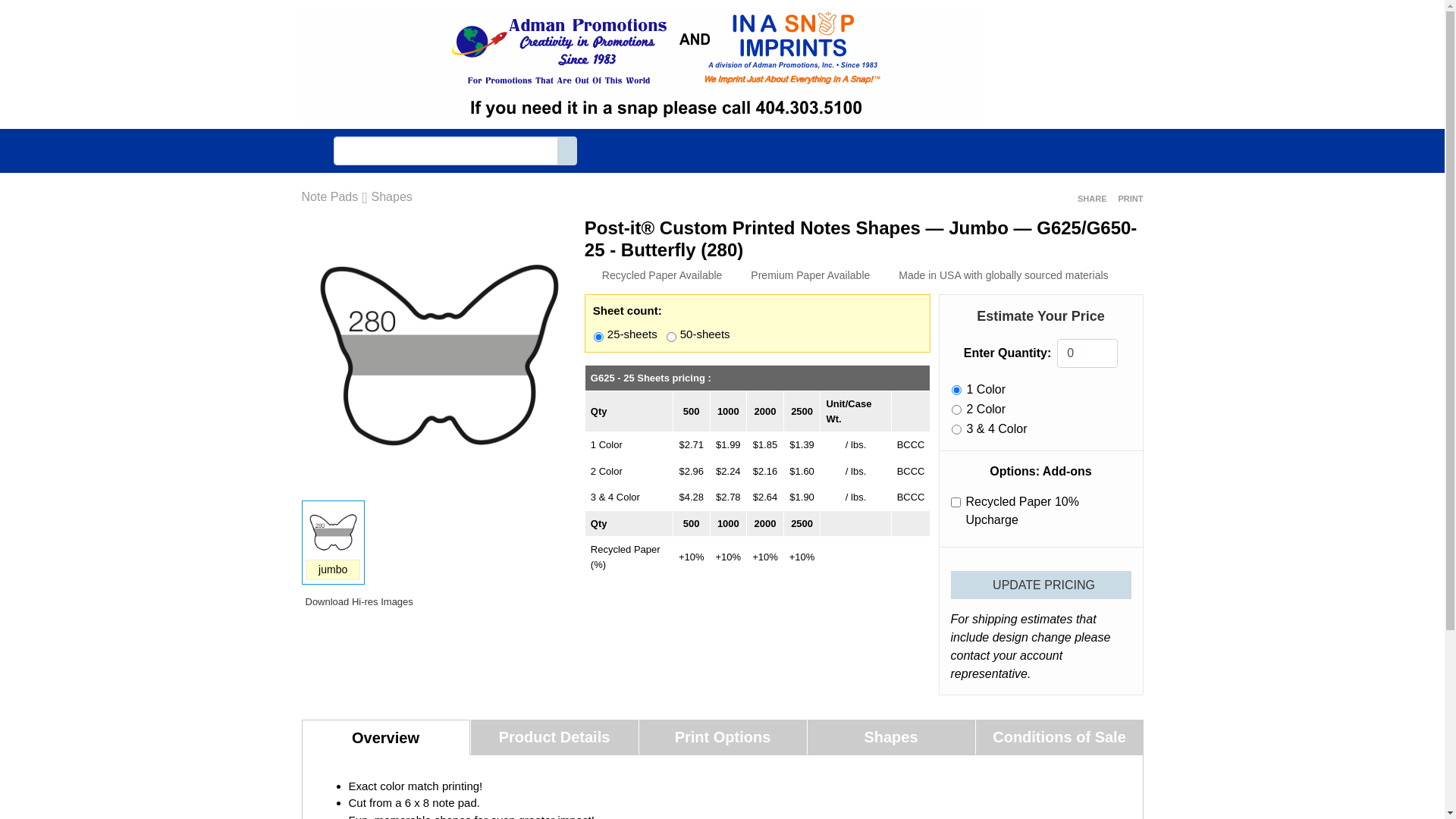 This screenshot has width=1456, height=819. Describe the element at coordinates (721, 736) in the screenshot. I see `'Print Options'` at that location.